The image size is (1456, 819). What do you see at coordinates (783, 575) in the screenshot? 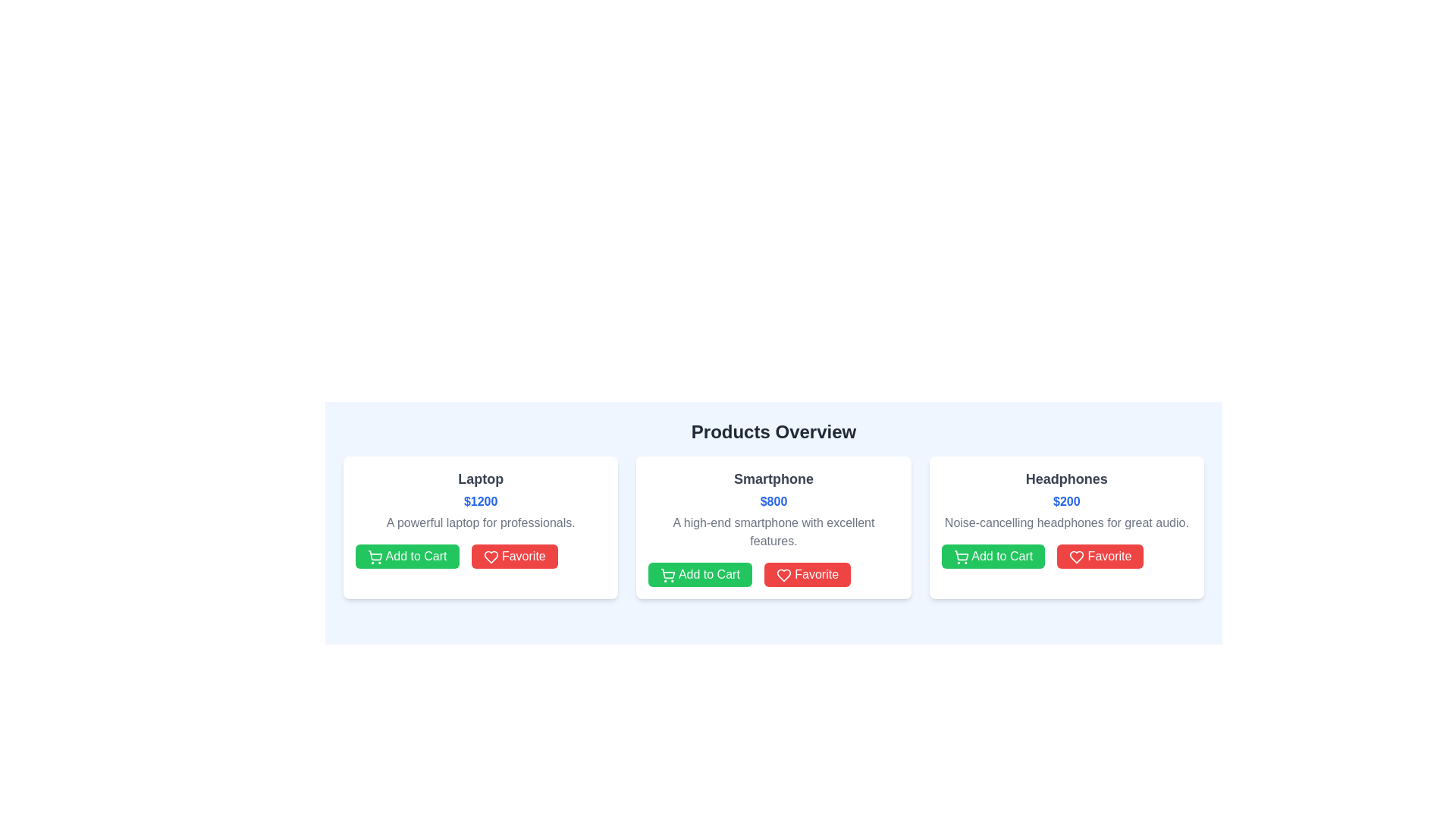
I see `the heart-shaped icon within the 'Favorite' button on the 'Smartphone' product card` at bounding box center [783, 575].